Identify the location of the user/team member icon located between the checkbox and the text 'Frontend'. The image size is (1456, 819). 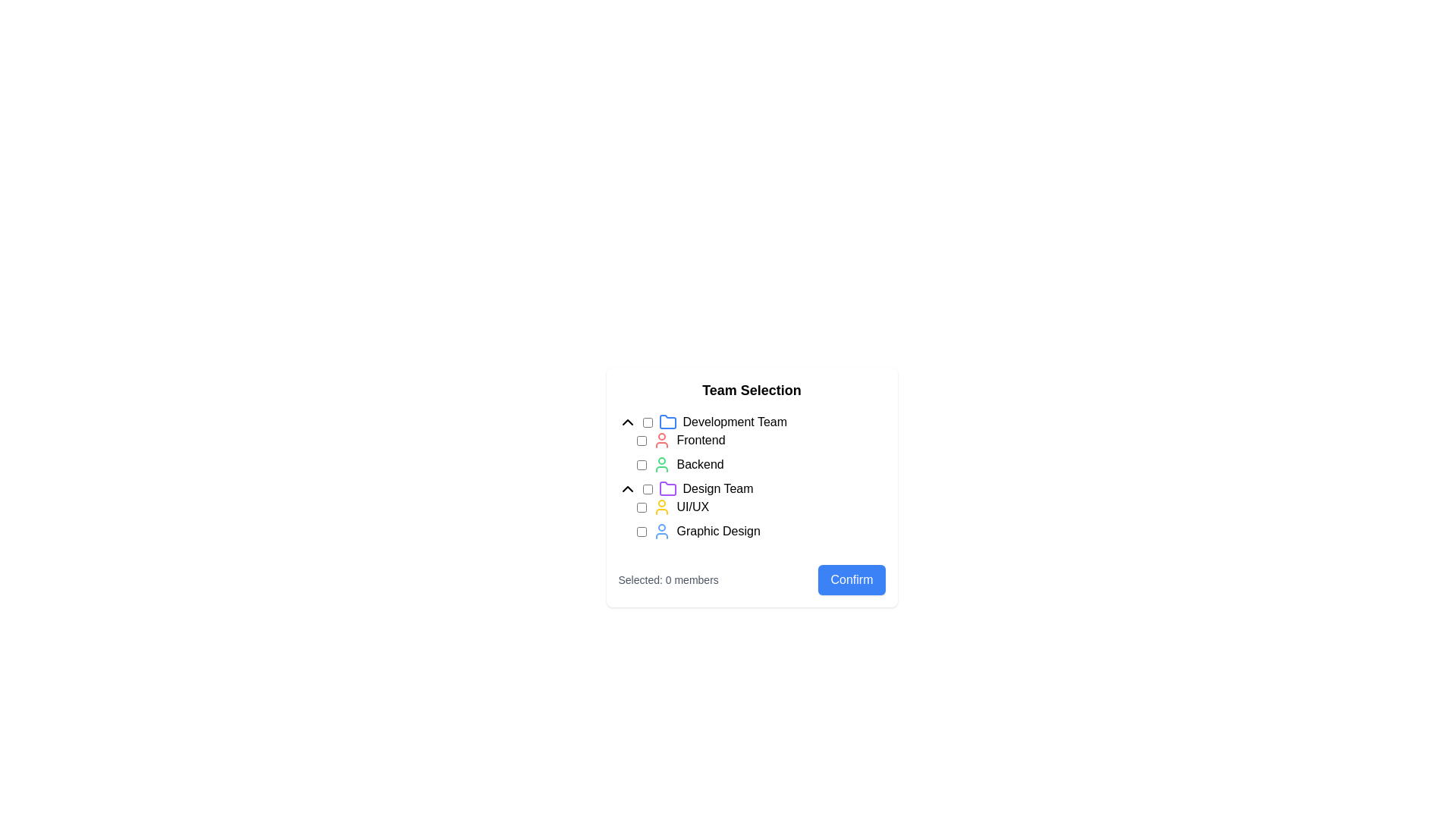
(661, 441).